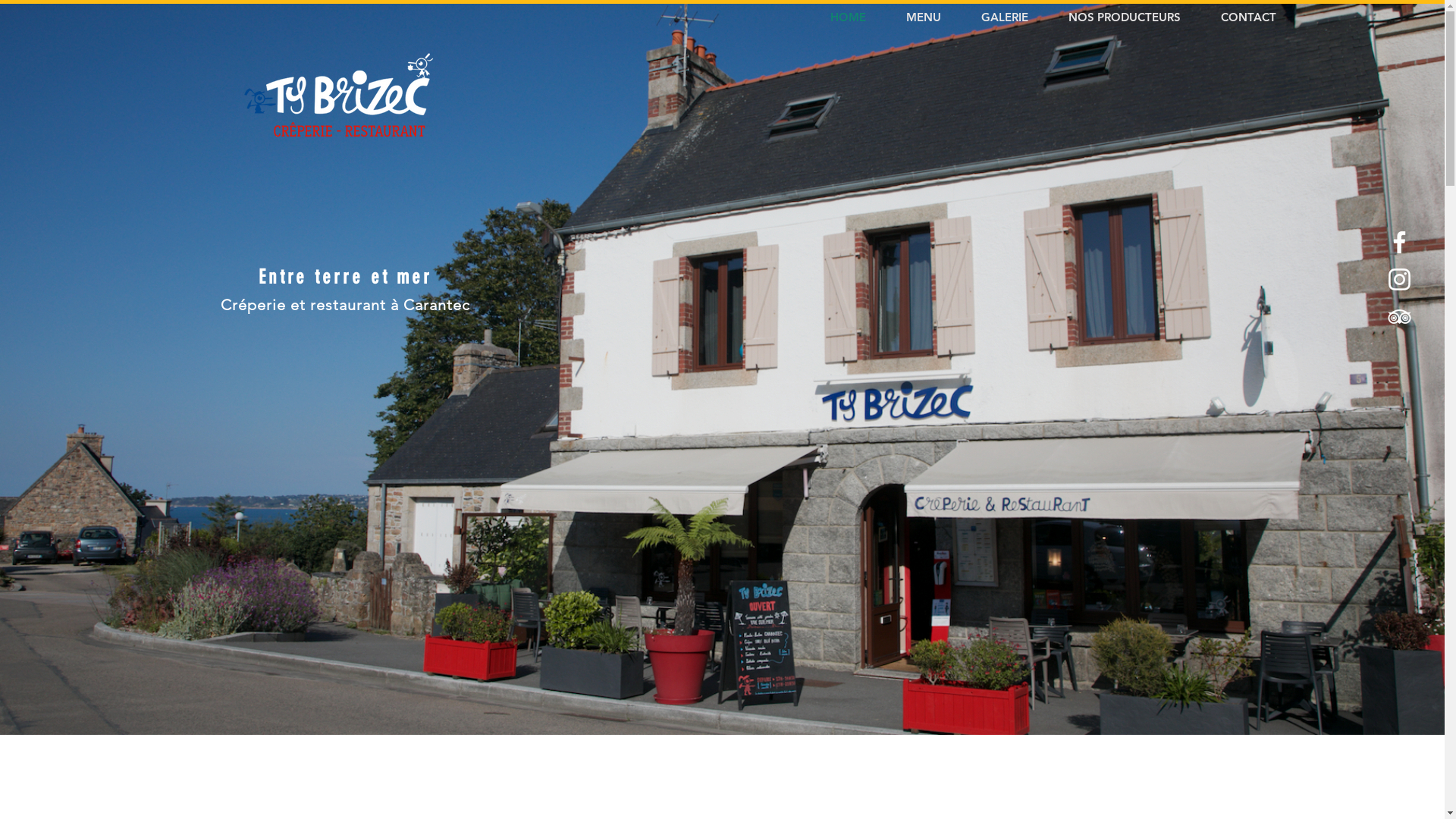 This screenshot has width=1456, height=819. I want to click on 'CONTACT', so click(1257, 17).